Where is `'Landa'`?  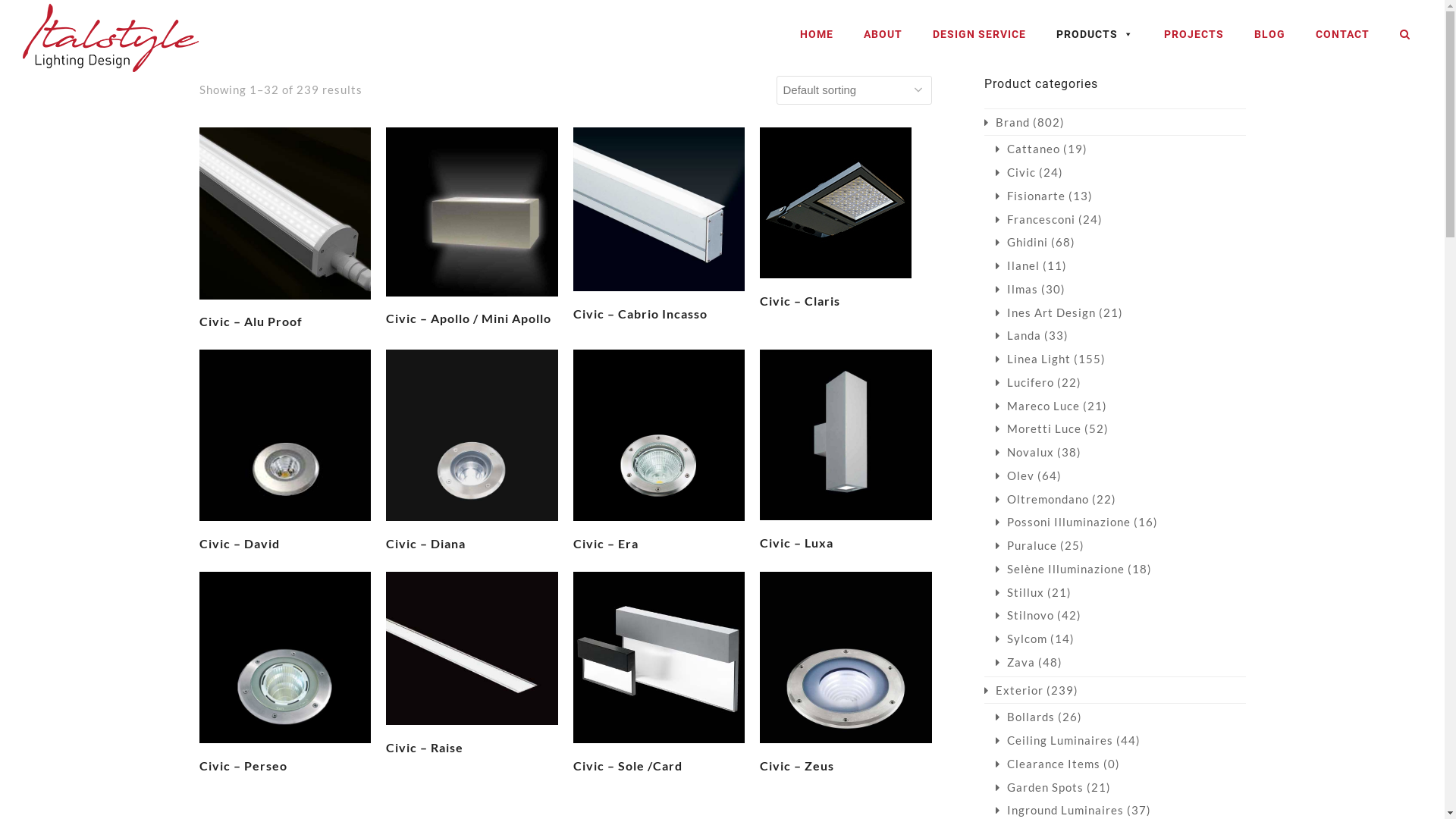 'Landa' is located at coordinates (1018, 334).